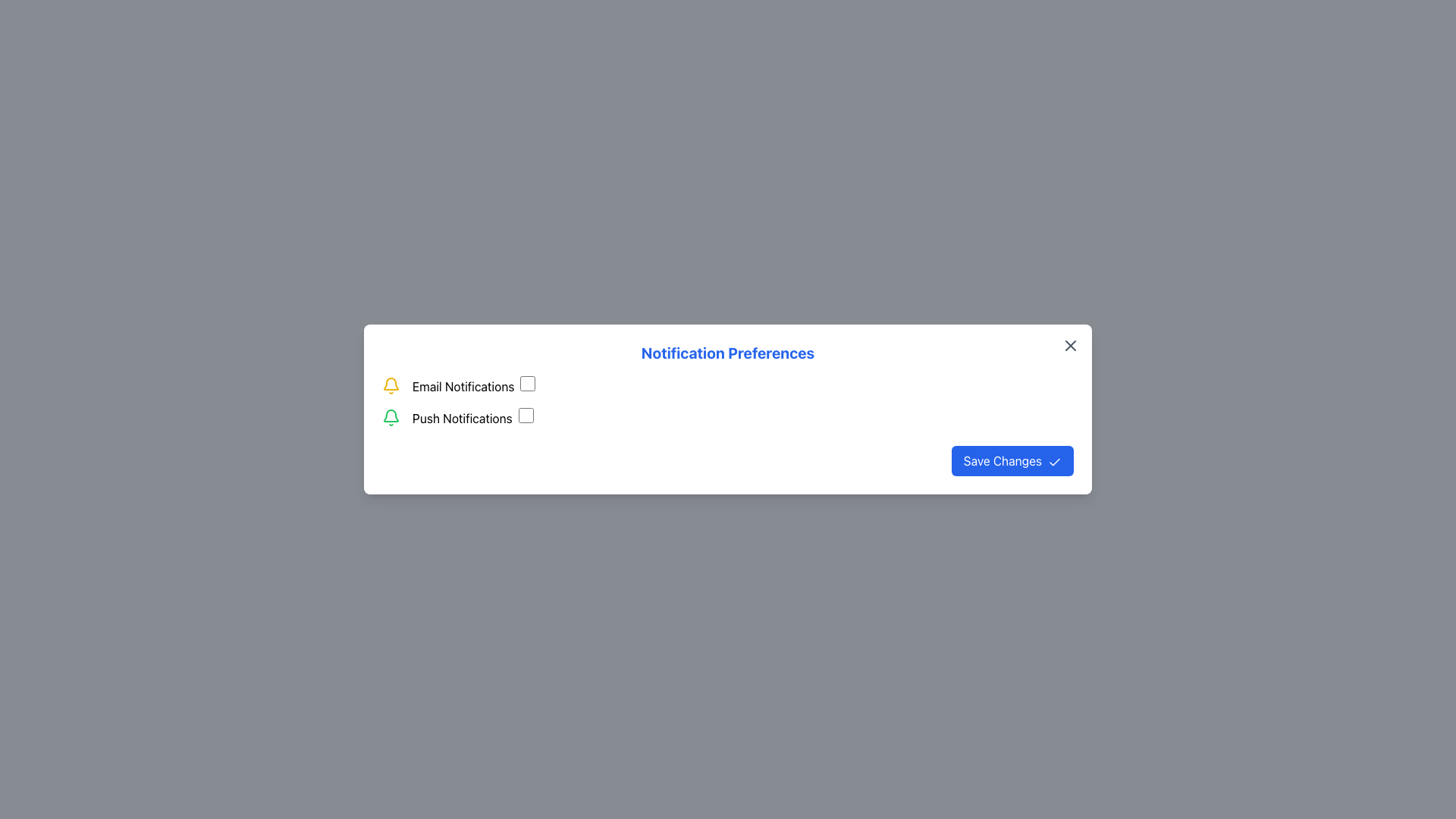 The image size is (1456, 819). I want to click on the close button icon located in the top-right corner of the notification preferences modal, so click(1069, 345).